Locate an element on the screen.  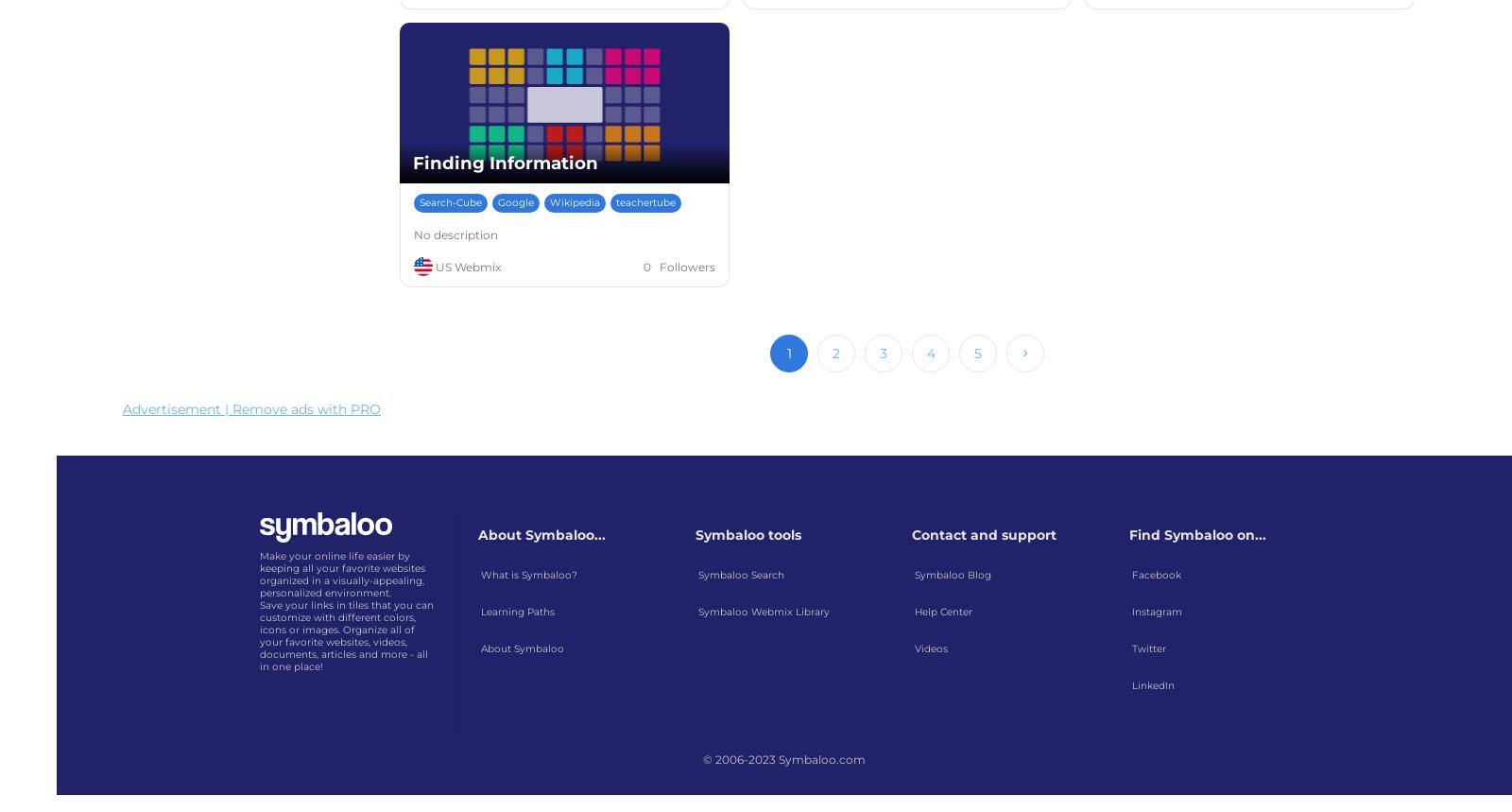
'No description' is located at coordinates (455, 233).